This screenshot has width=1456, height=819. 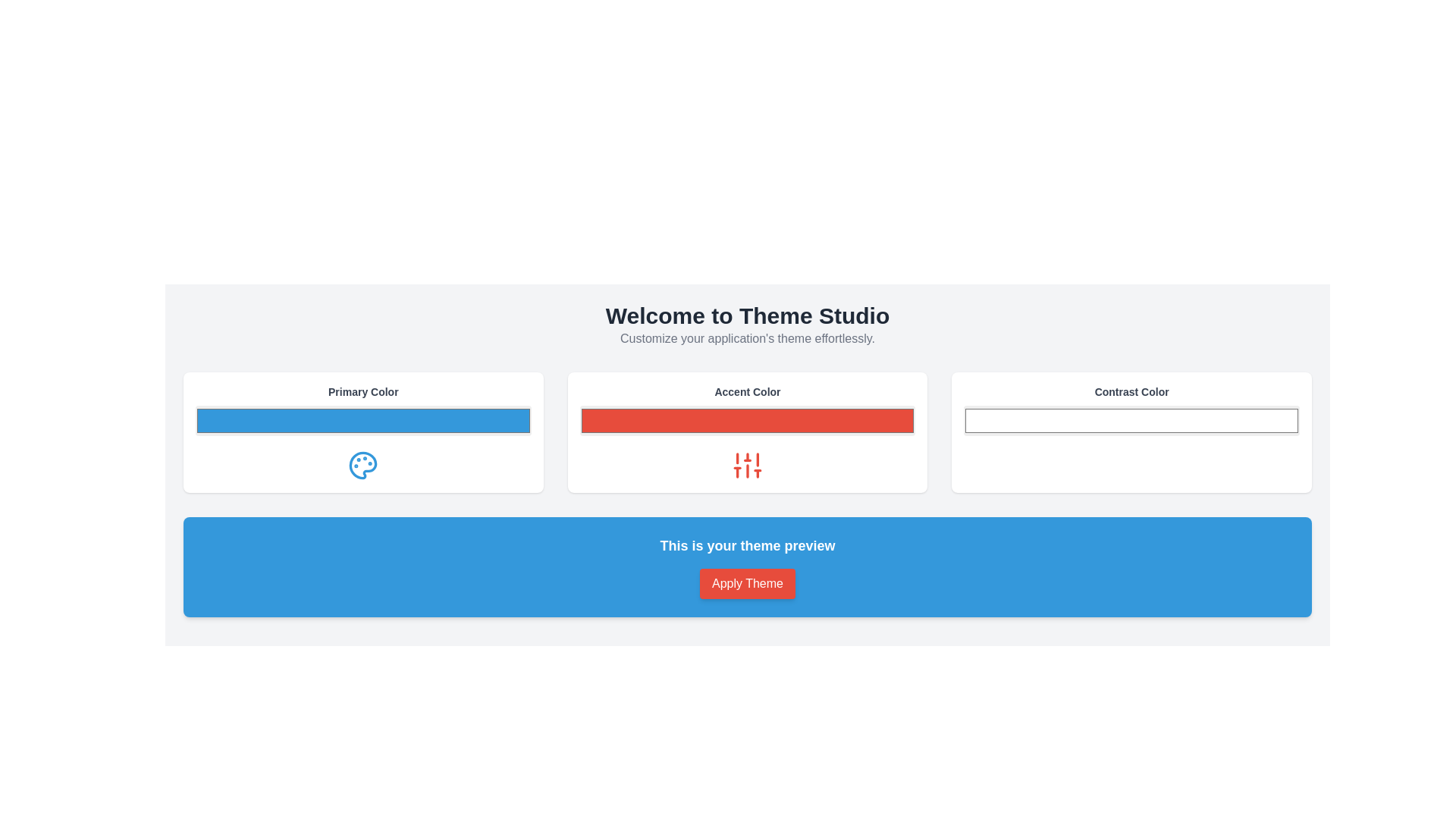 I want to click on the static label text element displaying 'Contrast Color', styled in bold gray font, located at the top of the 'Contrast Color' section, so click(x=1131, y=391).